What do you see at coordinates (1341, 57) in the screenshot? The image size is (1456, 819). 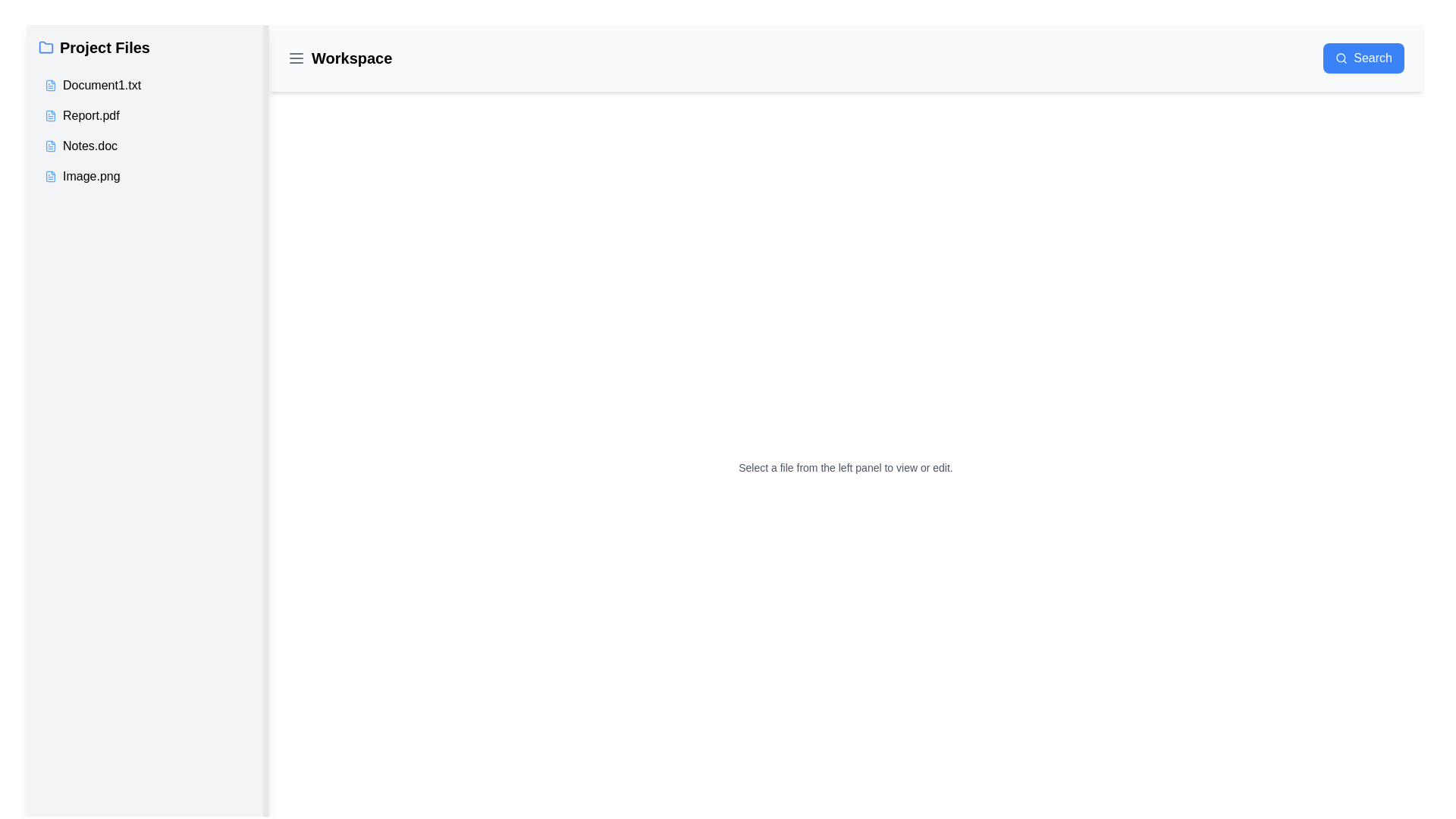 I see `the circular graphical element representing the handle loop of the magnifying glass icon, located at the top-right corner of the interface near the 'Search' button` at bounding box center [1341, 57].